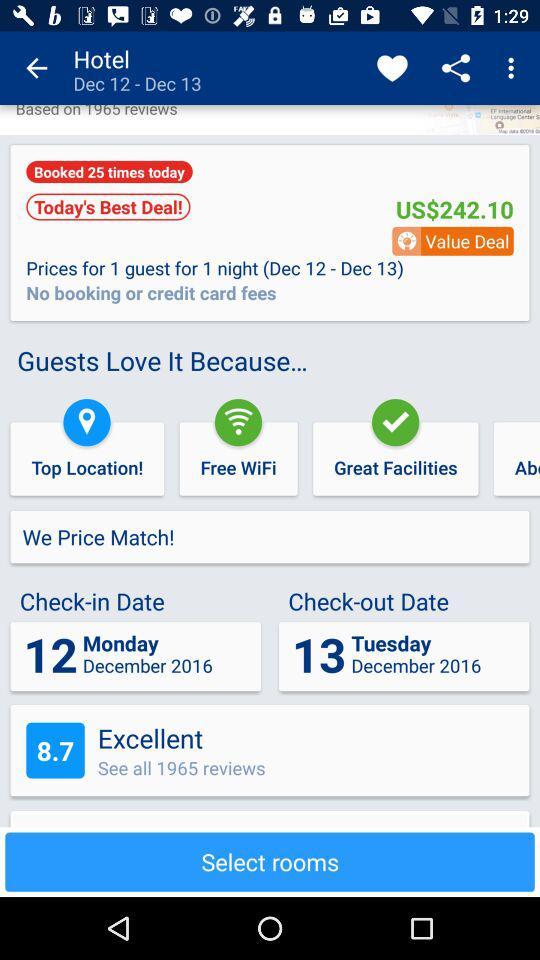  What do you see at coordinates (36, 68) in the screenshot?
I see `the item next to the hotel dec 12 item` at bounding box center [36, 68].